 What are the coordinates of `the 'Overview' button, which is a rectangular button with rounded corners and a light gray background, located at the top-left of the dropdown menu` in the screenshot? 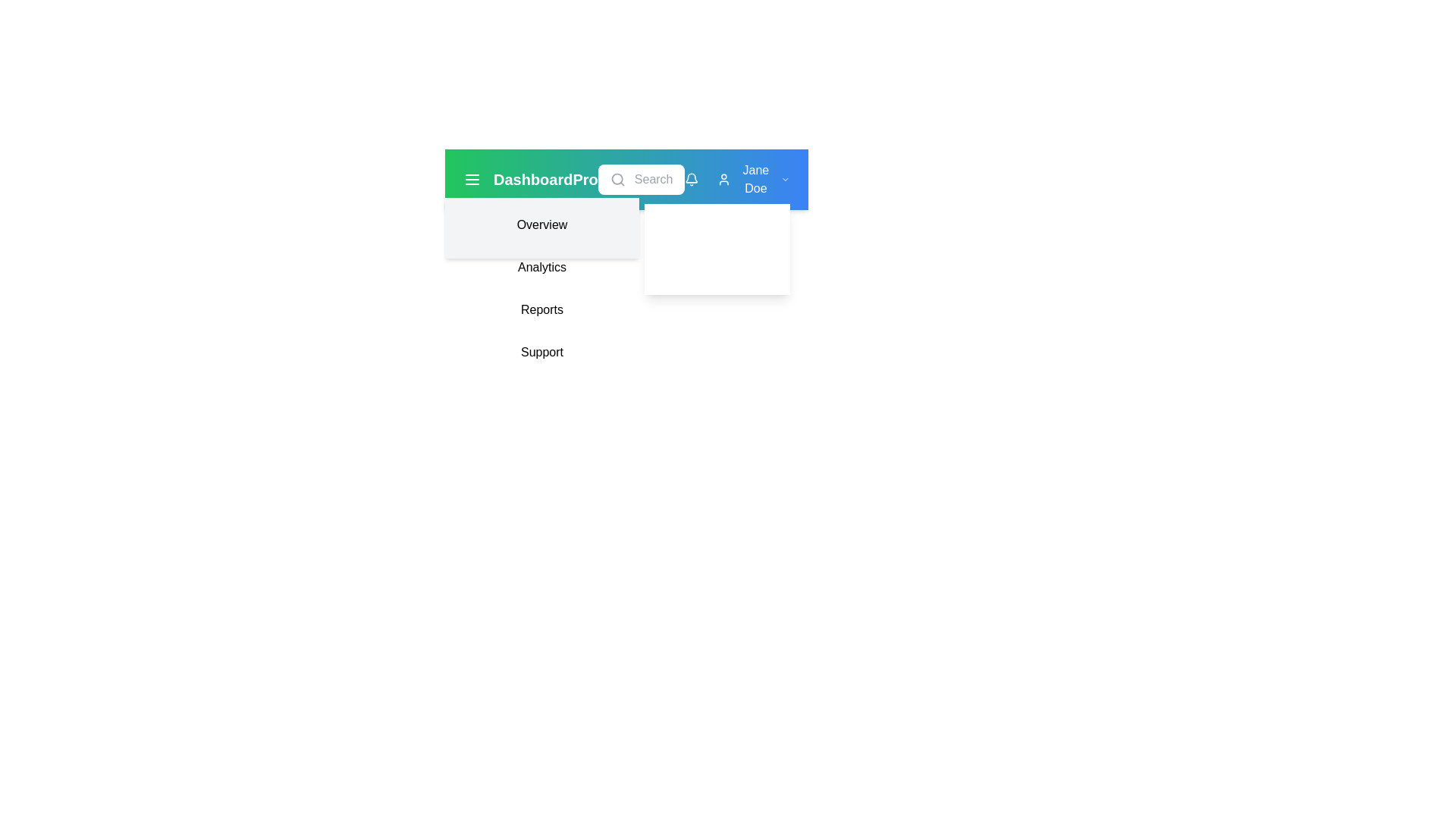 It's located at (542, 225).